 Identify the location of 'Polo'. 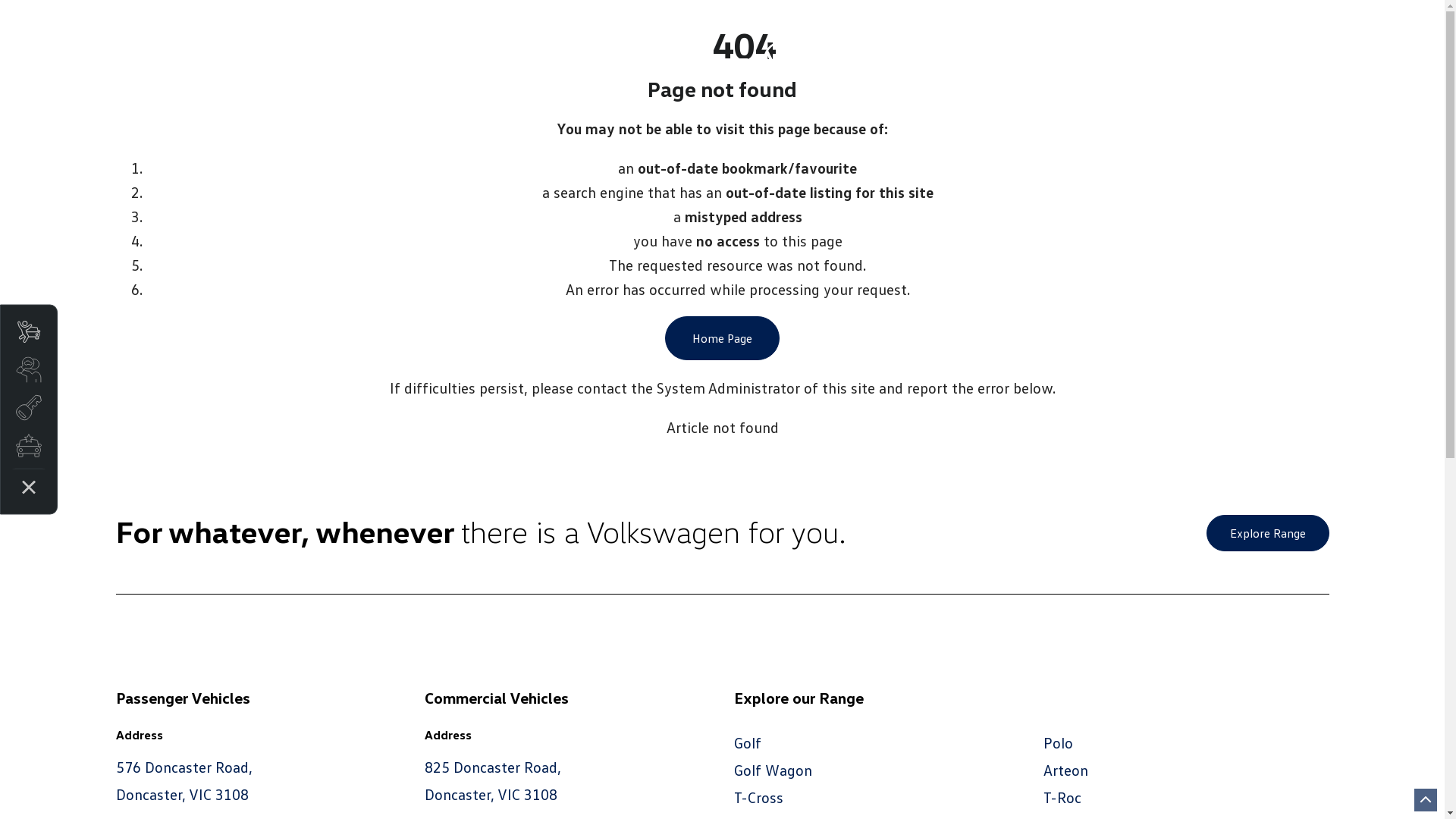
(1057, 742).